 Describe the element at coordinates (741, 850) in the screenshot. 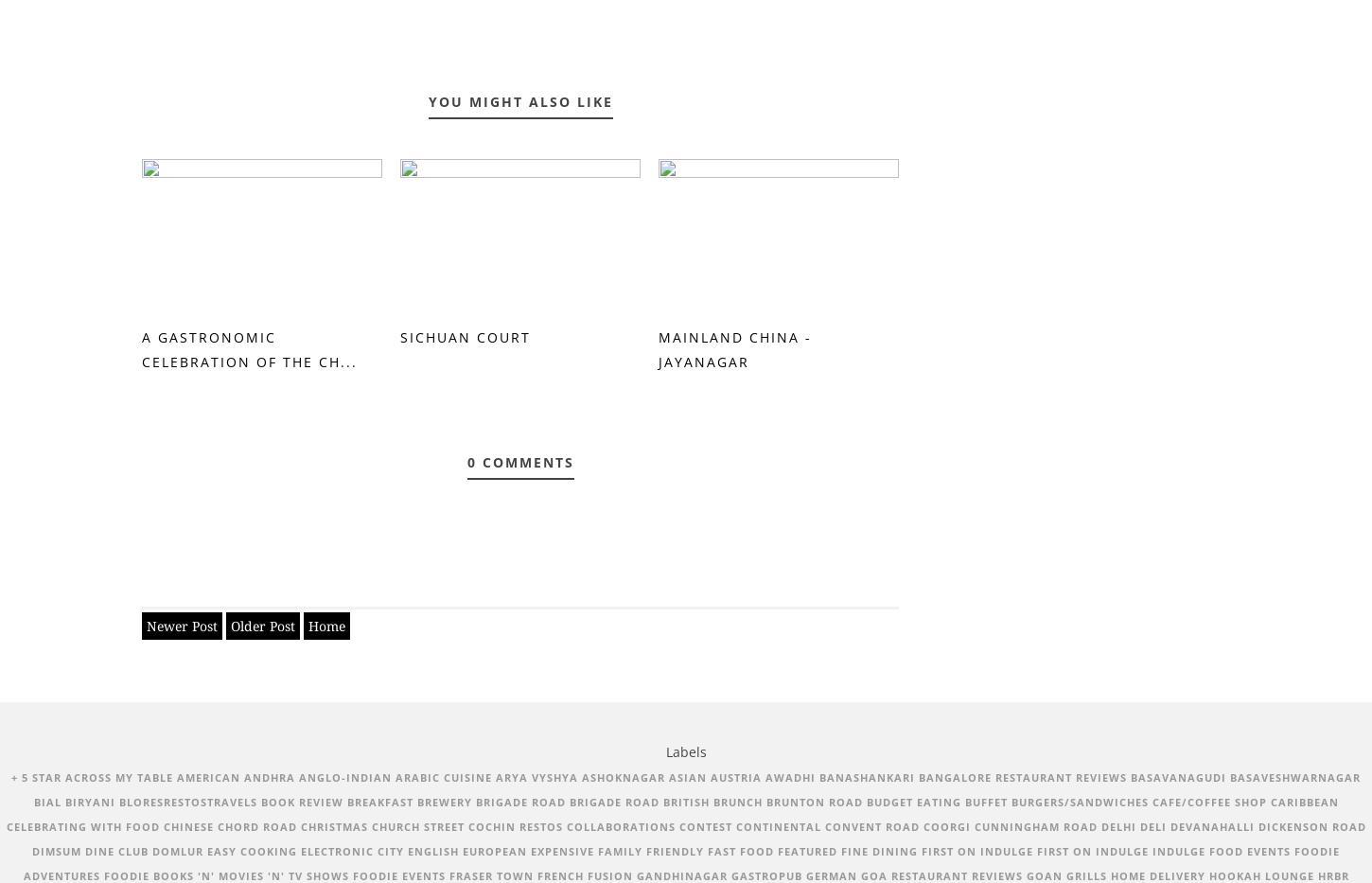

I see `'fast food'` at that location.